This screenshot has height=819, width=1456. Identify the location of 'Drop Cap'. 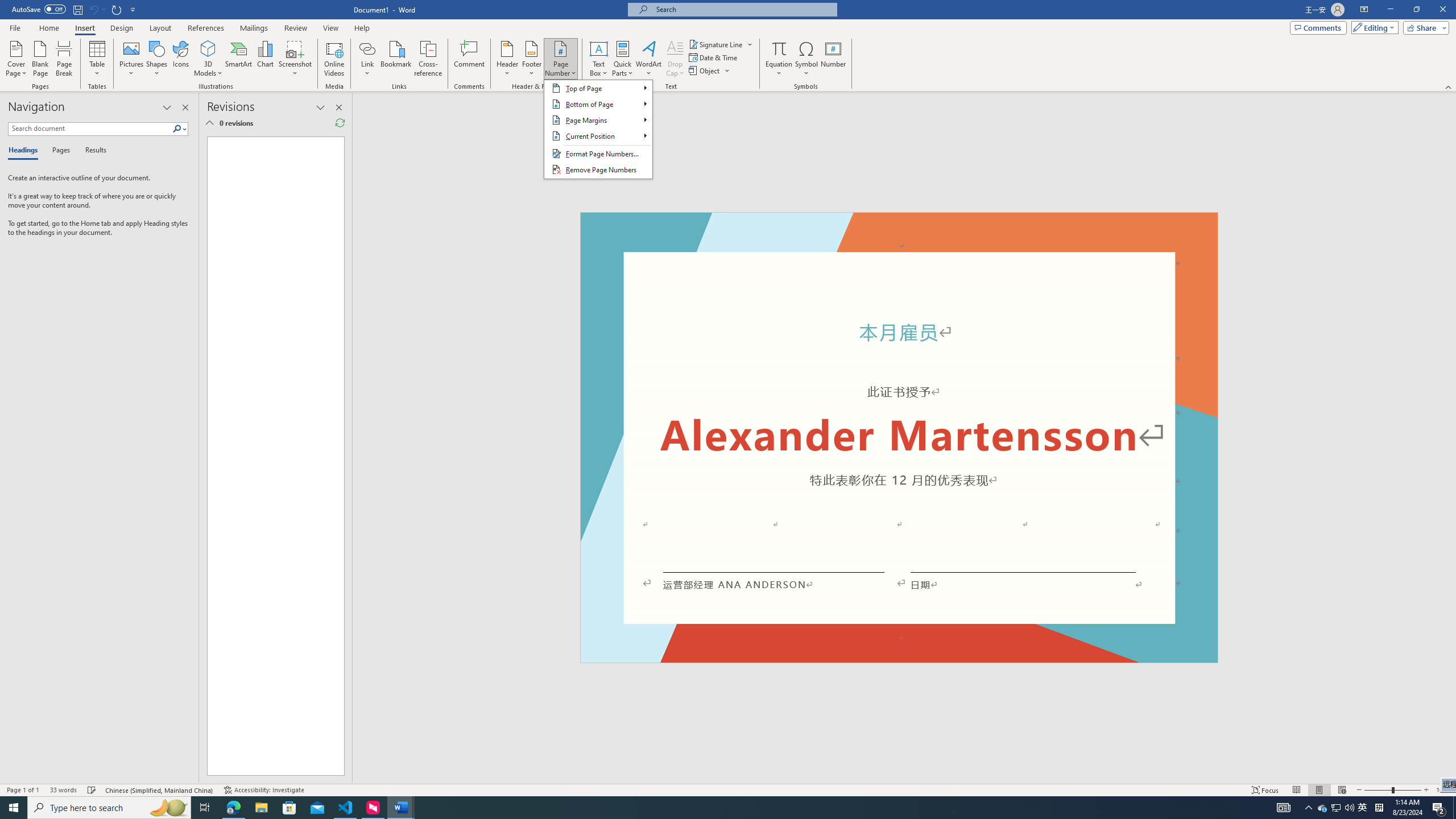
(675, 59).